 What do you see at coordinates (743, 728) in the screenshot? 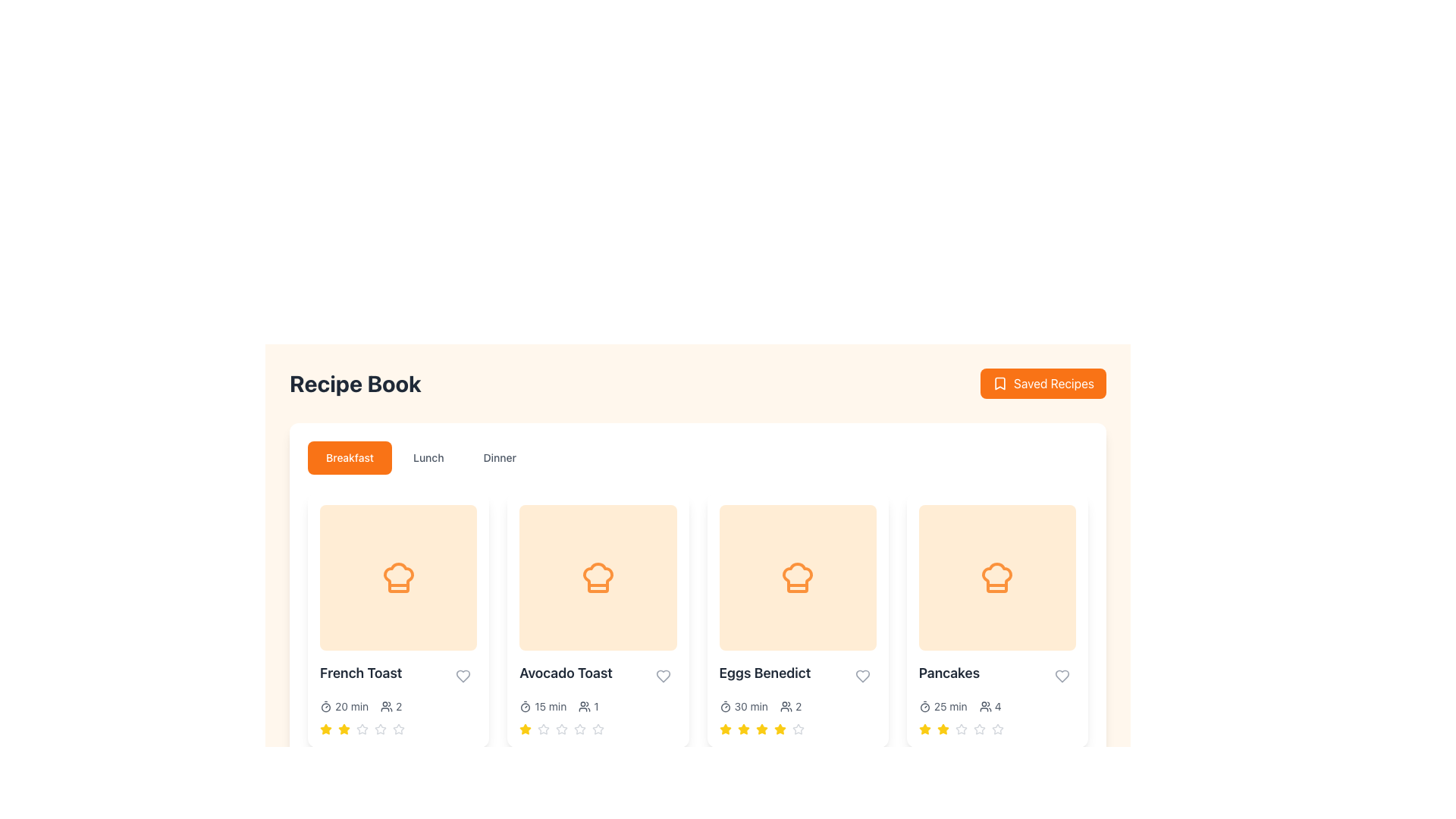
I see `the third star icon button that represents the rating level for 'Eggs Benedict' in the Recipe Book interface` at bounding box center [743, 728].